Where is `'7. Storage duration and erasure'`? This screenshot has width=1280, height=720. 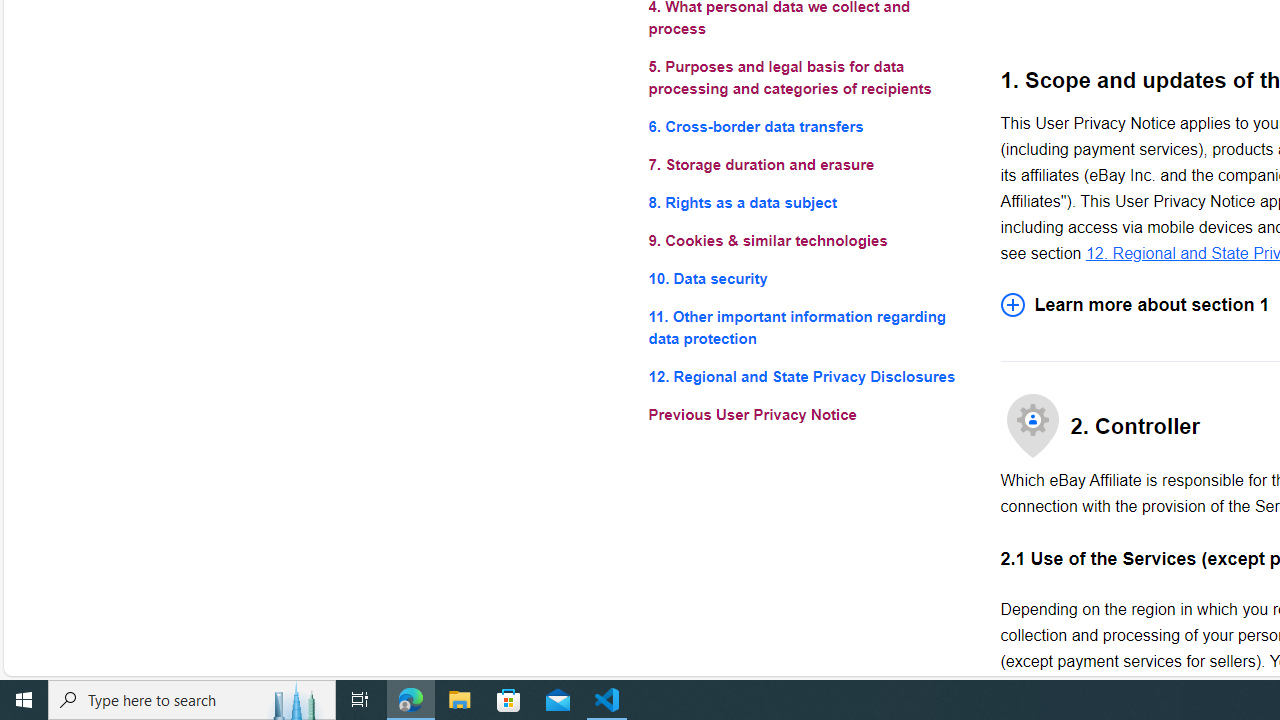
'7. Storage duration and erasure' is located at coordinates (808, 163).